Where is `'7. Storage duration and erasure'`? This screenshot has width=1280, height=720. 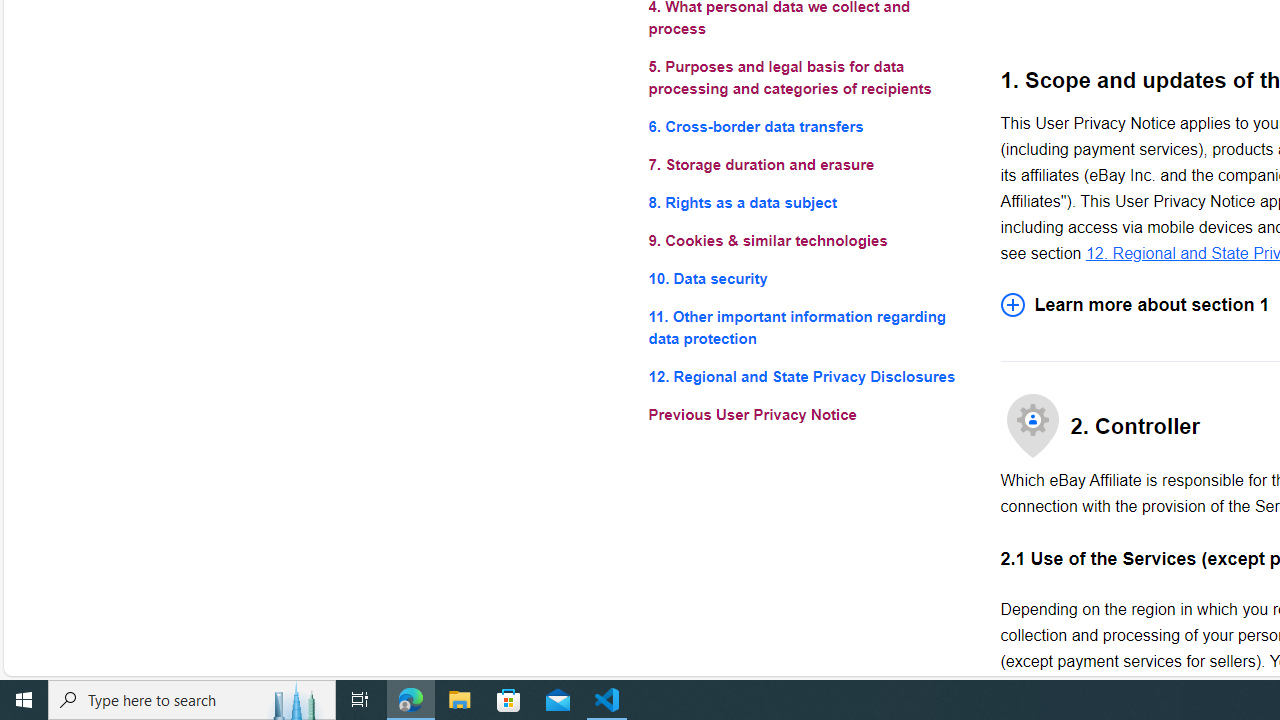
'7. Storage duration and erasure' is located at coordinates (808, 163).